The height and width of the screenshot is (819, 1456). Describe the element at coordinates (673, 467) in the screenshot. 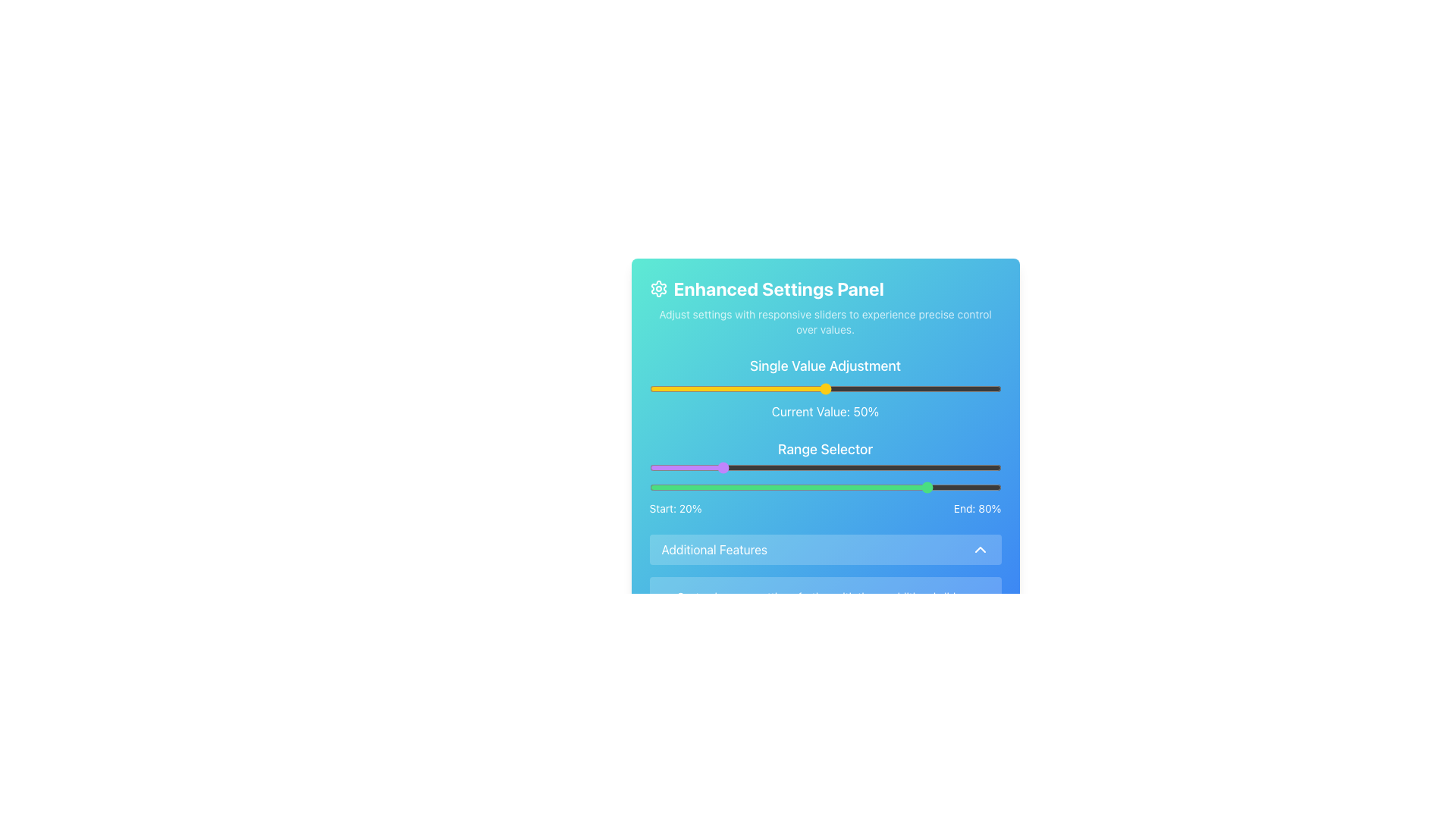

I see `the range slider` at that location.